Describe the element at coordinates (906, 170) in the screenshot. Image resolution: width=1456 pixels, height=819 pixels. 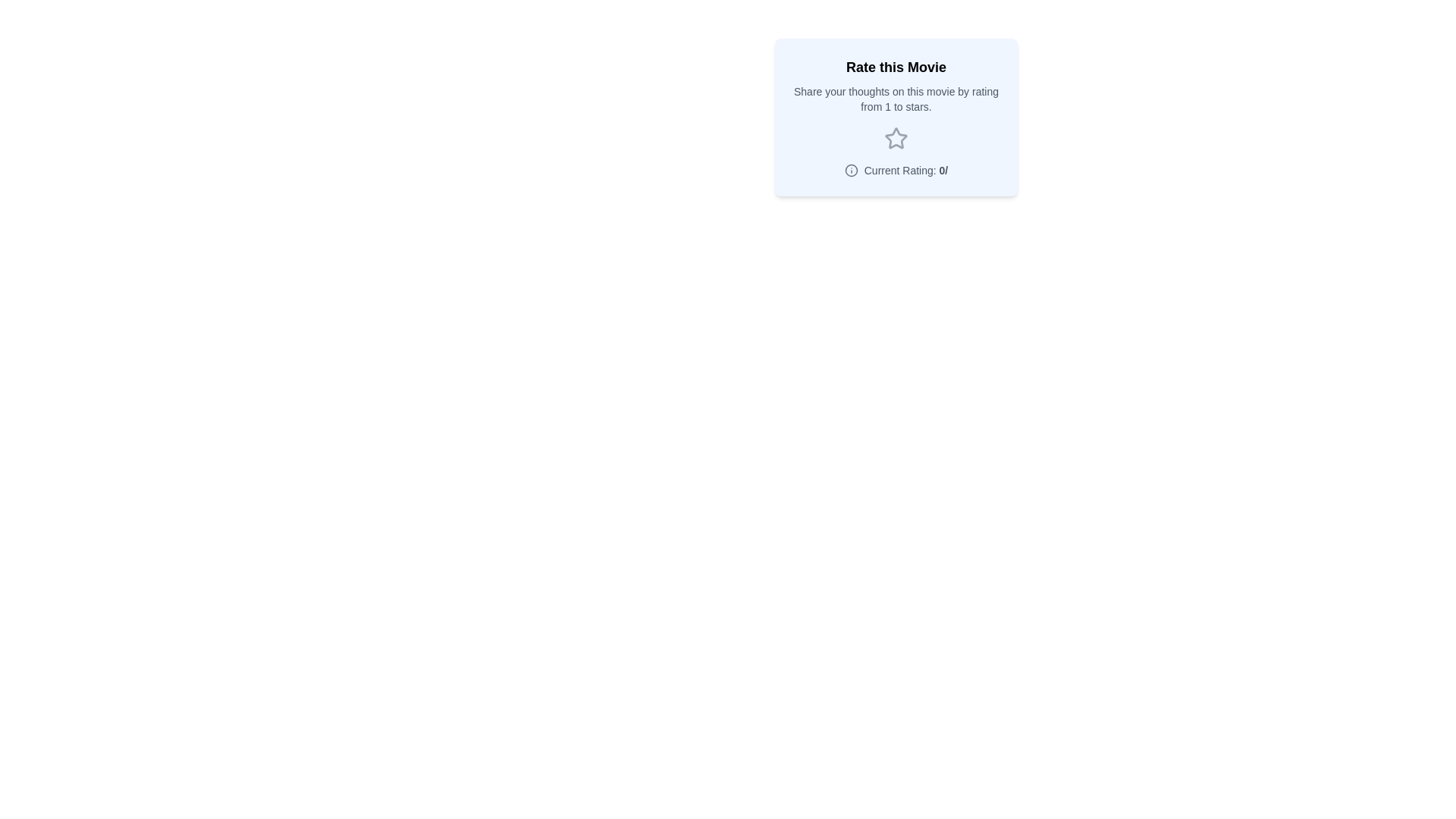
I see `information from the Text label that indicates the current rating status, located directly below the star rating UI component and adjacent to an informational SVG icon` at that location.